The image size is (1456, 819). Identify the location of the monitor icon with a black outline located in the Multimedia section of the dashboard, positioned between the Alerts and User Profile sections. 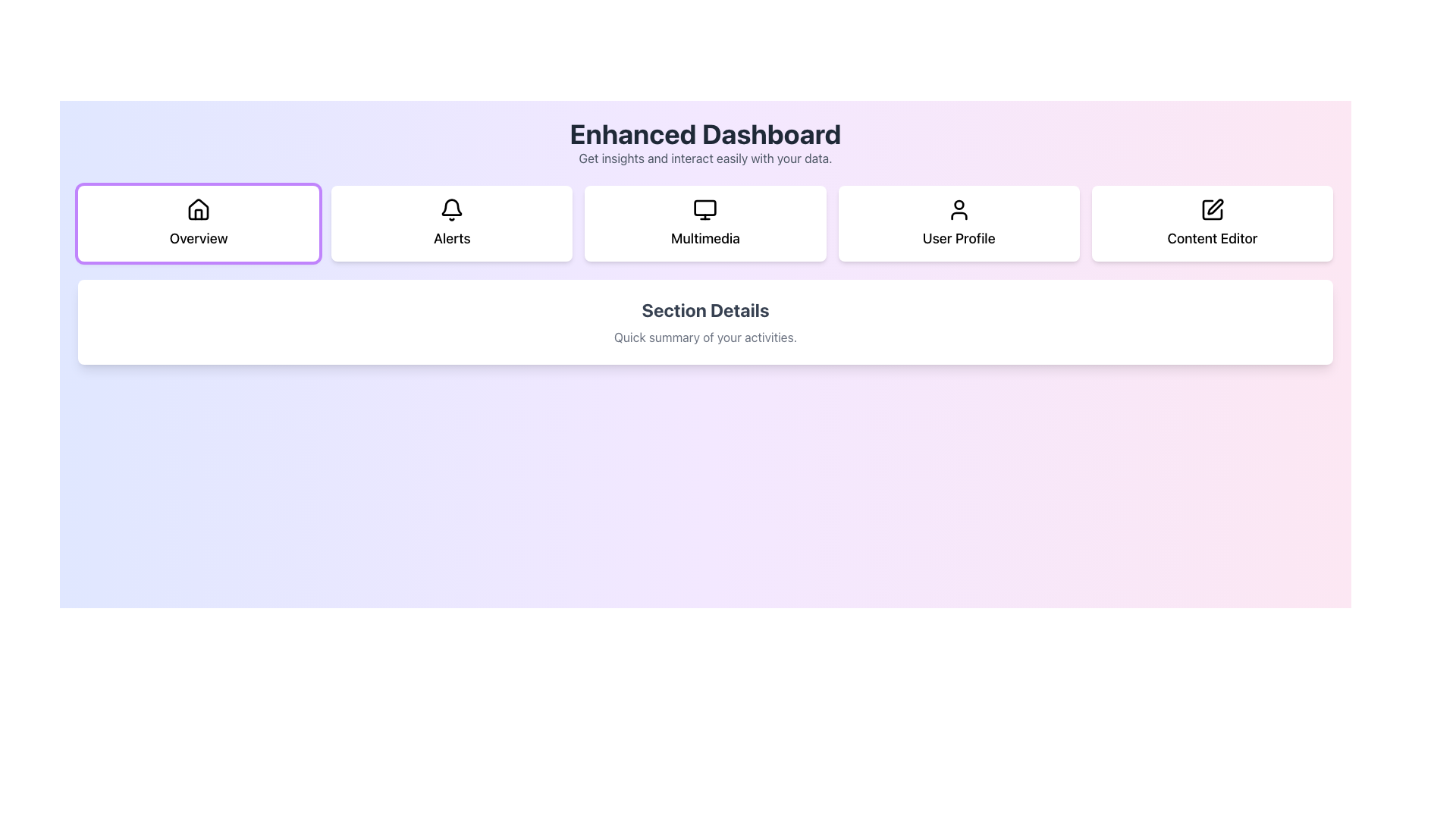
(704, 210).